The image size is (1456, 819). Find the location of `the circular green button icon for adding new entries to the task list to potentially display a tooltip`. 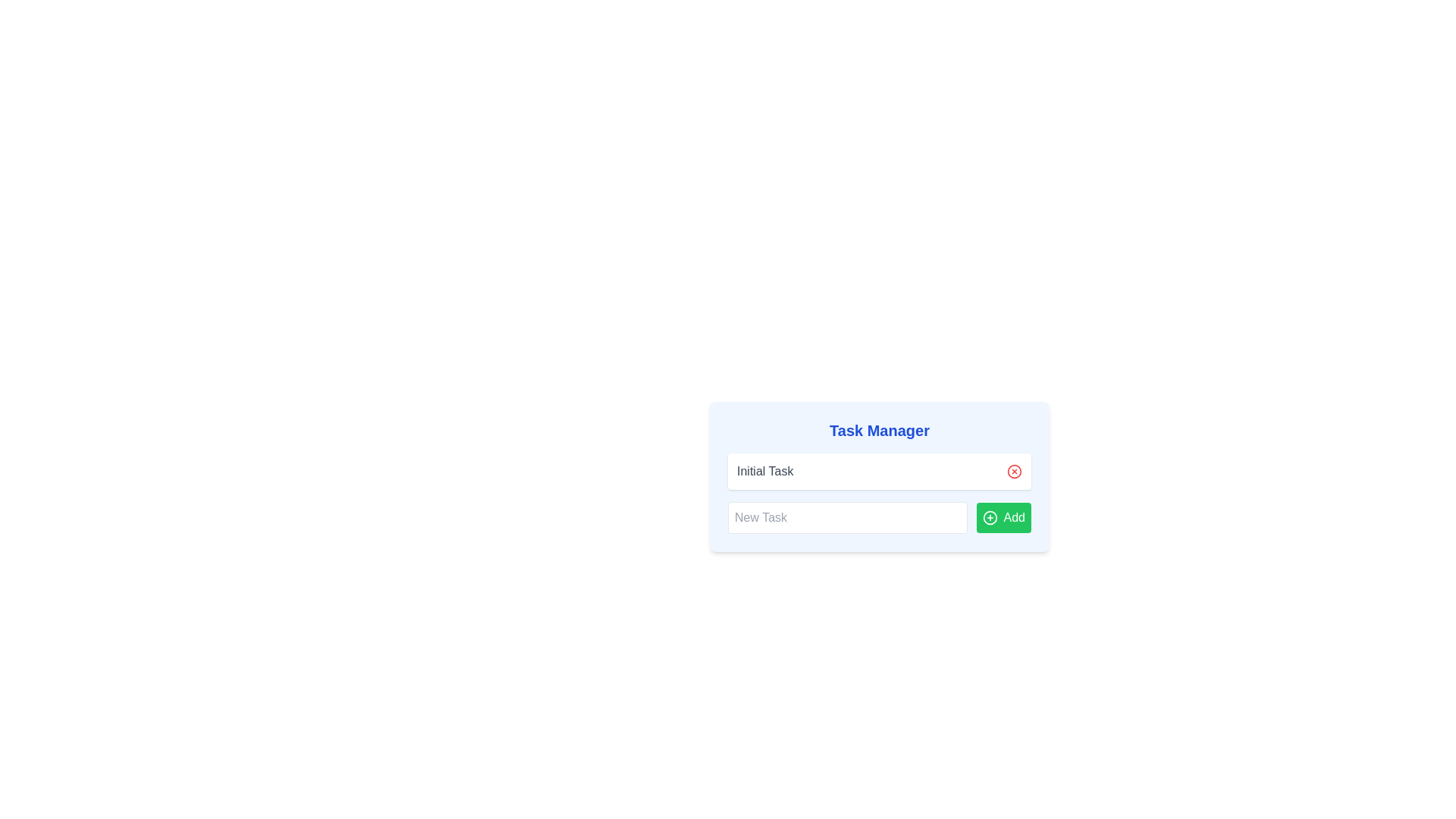

the circular green button icon for adding new entries to the task list to potentially display a tooltip is located at coordinates (990, 516).